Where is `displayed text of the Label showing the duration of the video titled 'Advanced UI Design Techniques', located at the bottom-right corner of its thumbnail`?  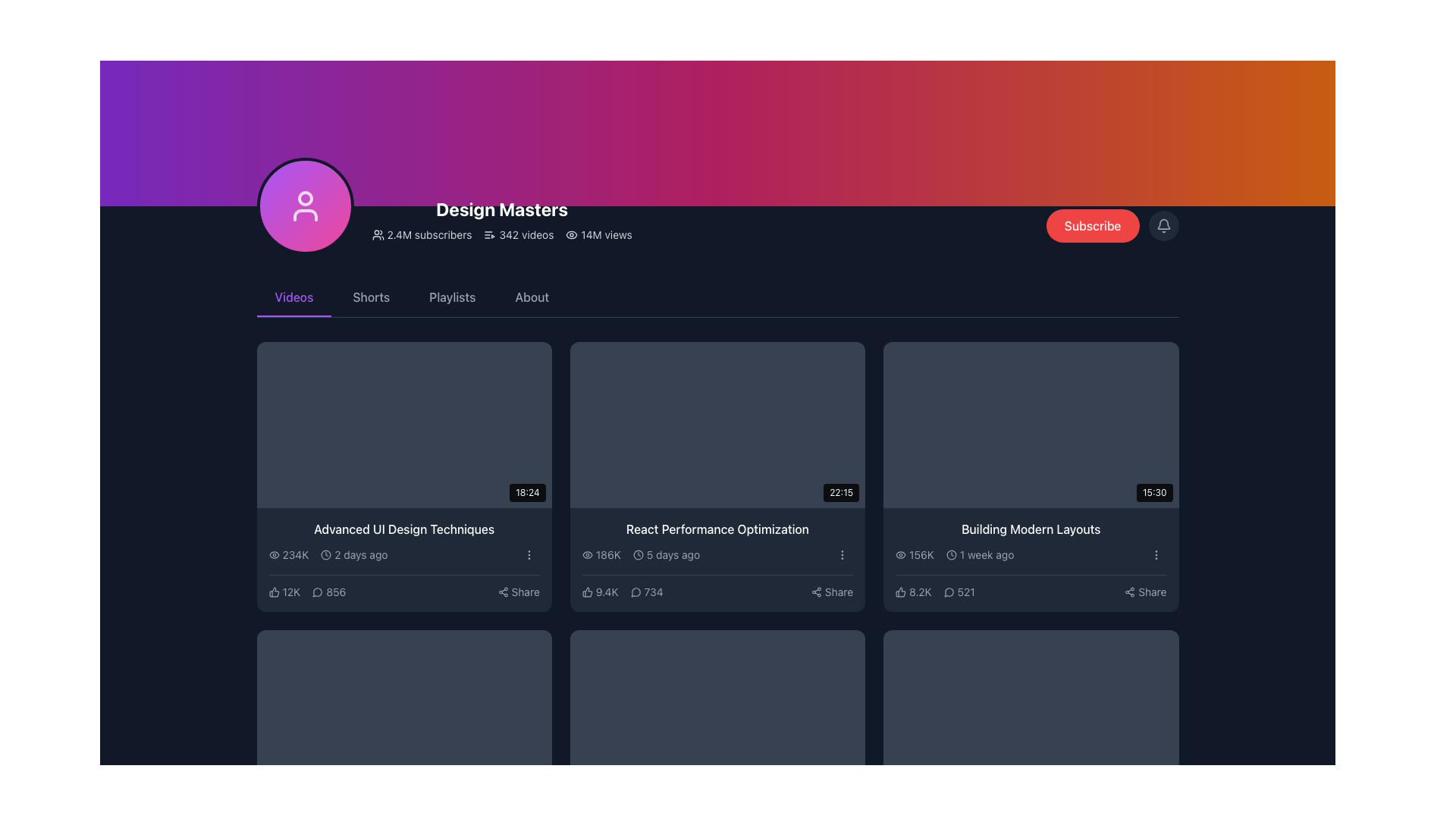 displayed text of the Label showing the duration of the video titled 'Advanced UI Design Techniques', located at the bottom-right corner of its thumbnail is located at coordinates (528, 492).